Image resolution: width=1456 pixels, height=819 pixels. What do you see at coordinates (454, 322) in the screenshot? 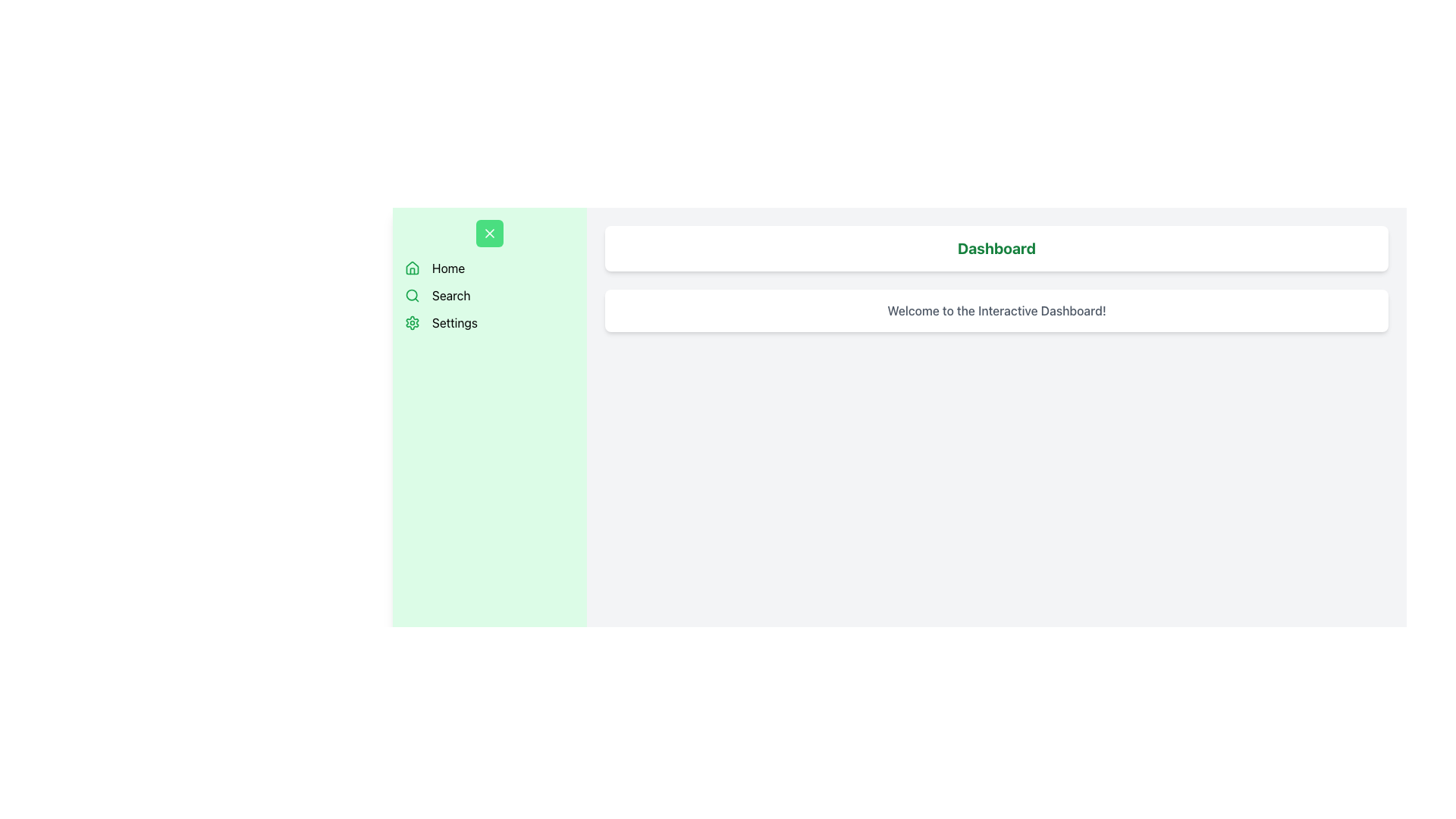
I see `the navigation text label located below the 'Search' menu label, which directs to the settings page` at bounding box center [454, 322].